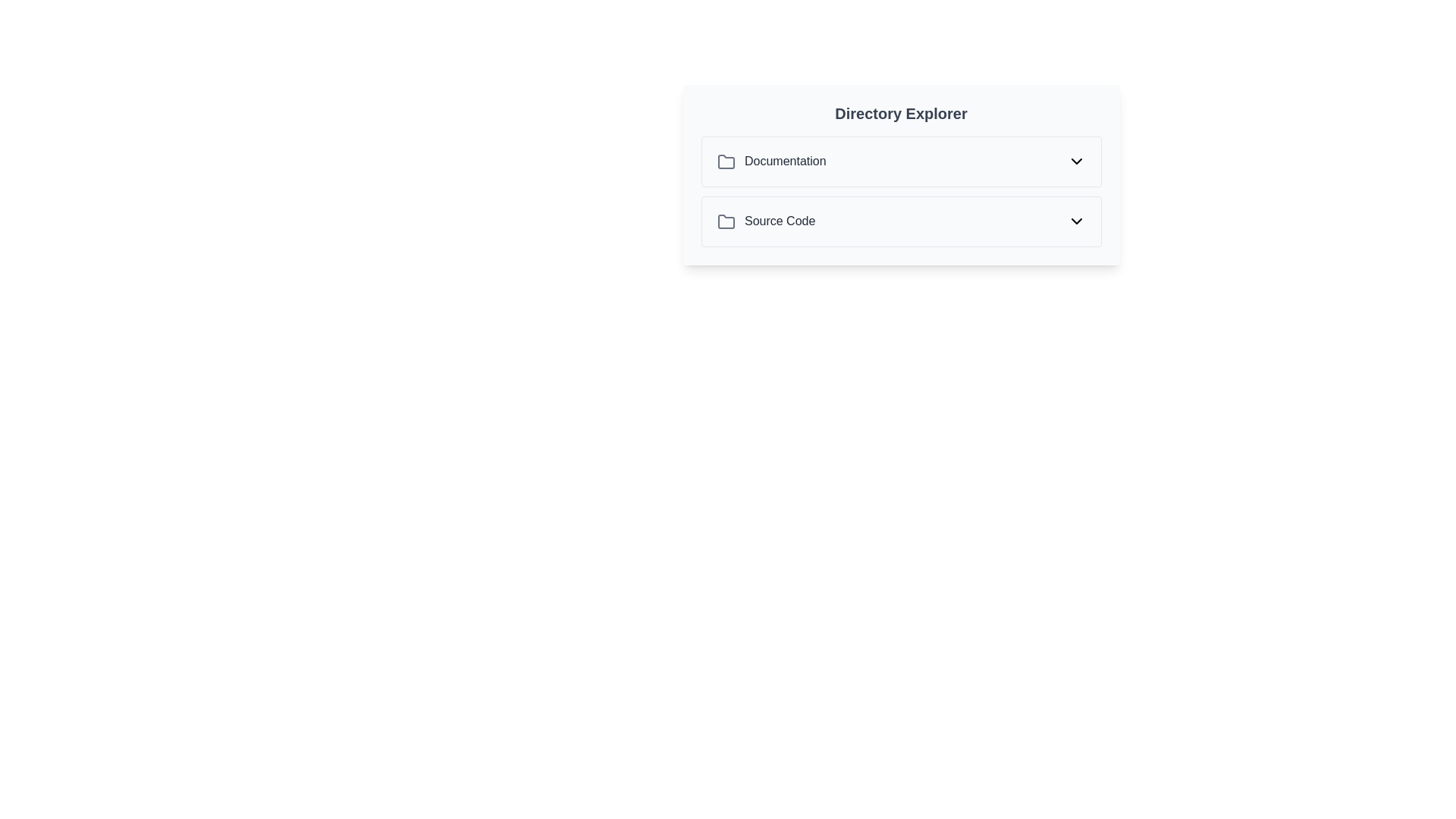  Describe the element at coordinates (901, 162) in the screenshot. I see `the arrow of the first expandable list item labeled 'Documentation' in the Directory Explorer` at that location.